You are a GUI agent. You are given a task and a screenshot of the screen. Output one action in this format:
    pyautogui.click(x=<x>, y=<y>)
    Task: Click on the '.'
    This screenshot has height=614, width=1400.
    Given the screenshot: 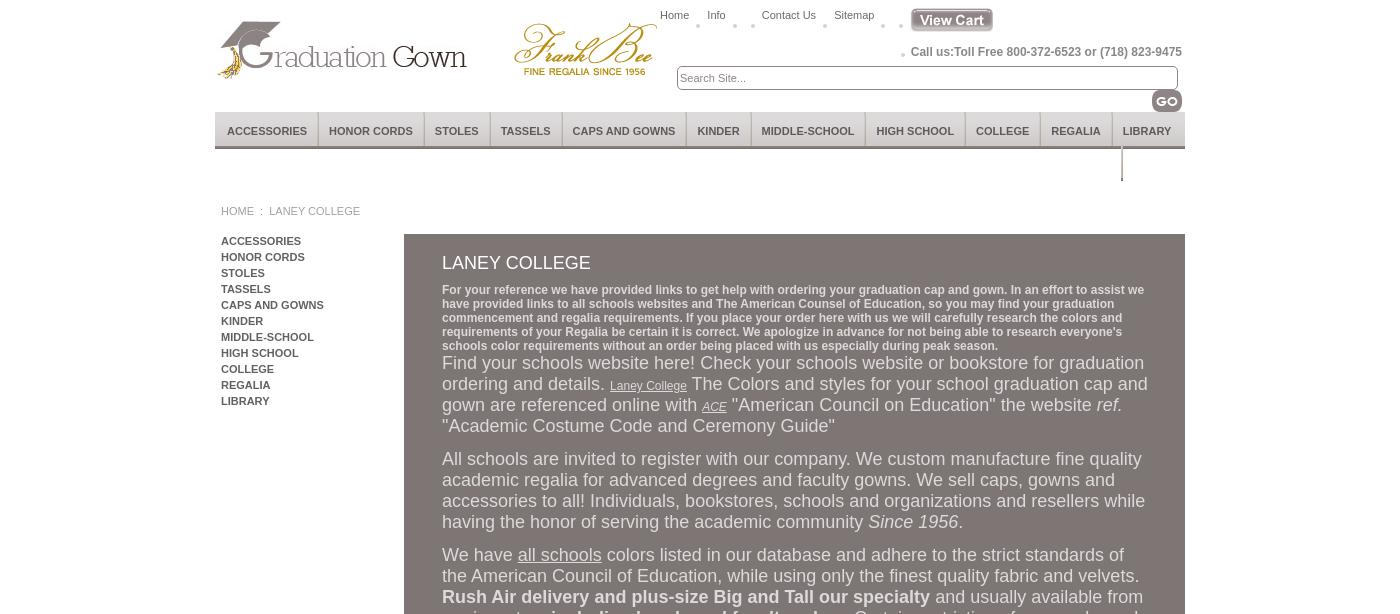 What is the action you would take?
    pyautogui.click(x=958, y=521)
    